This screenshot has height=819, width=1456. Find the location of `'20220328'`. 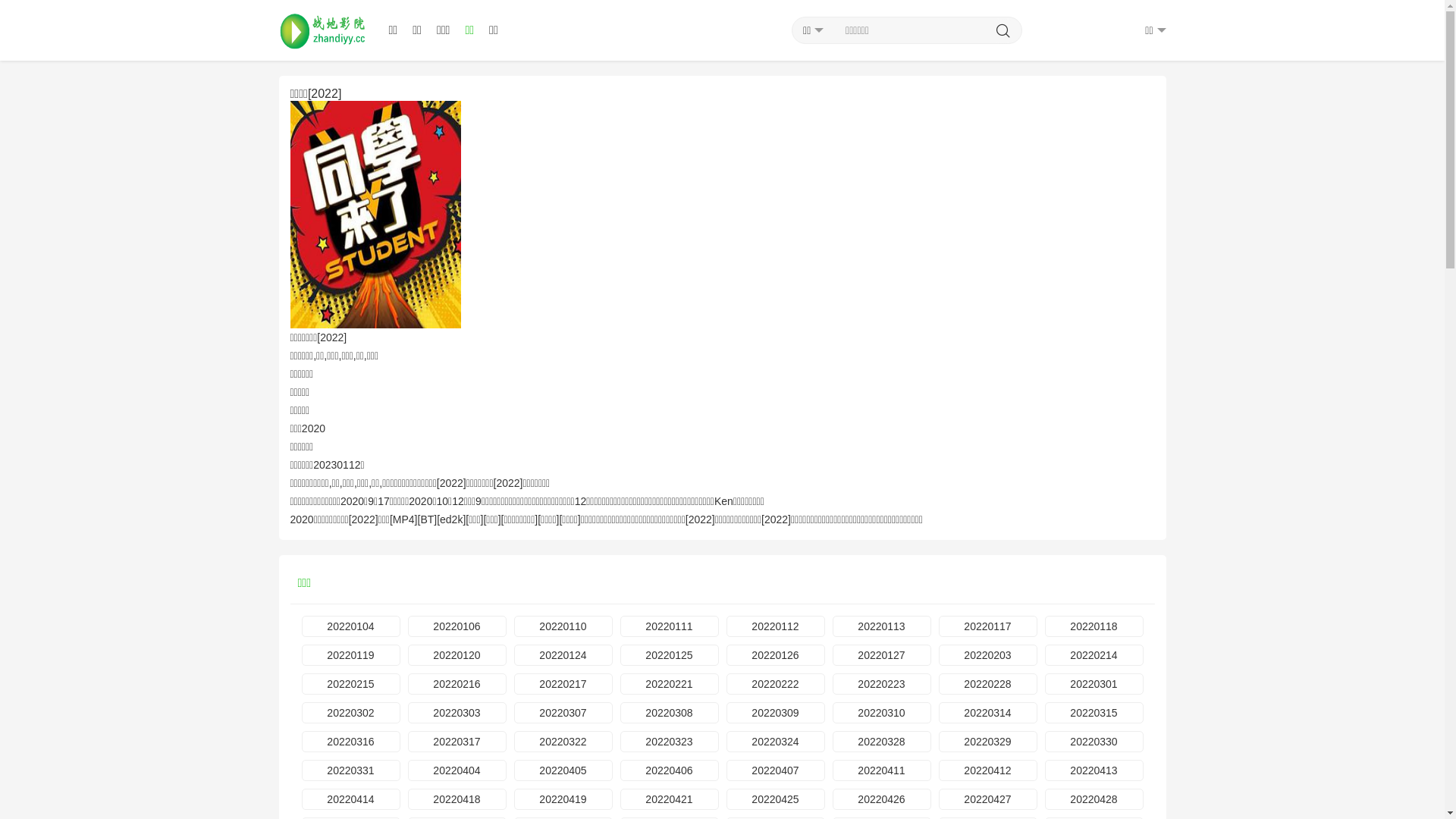

'20220328' is located at coordinates (881, 741).